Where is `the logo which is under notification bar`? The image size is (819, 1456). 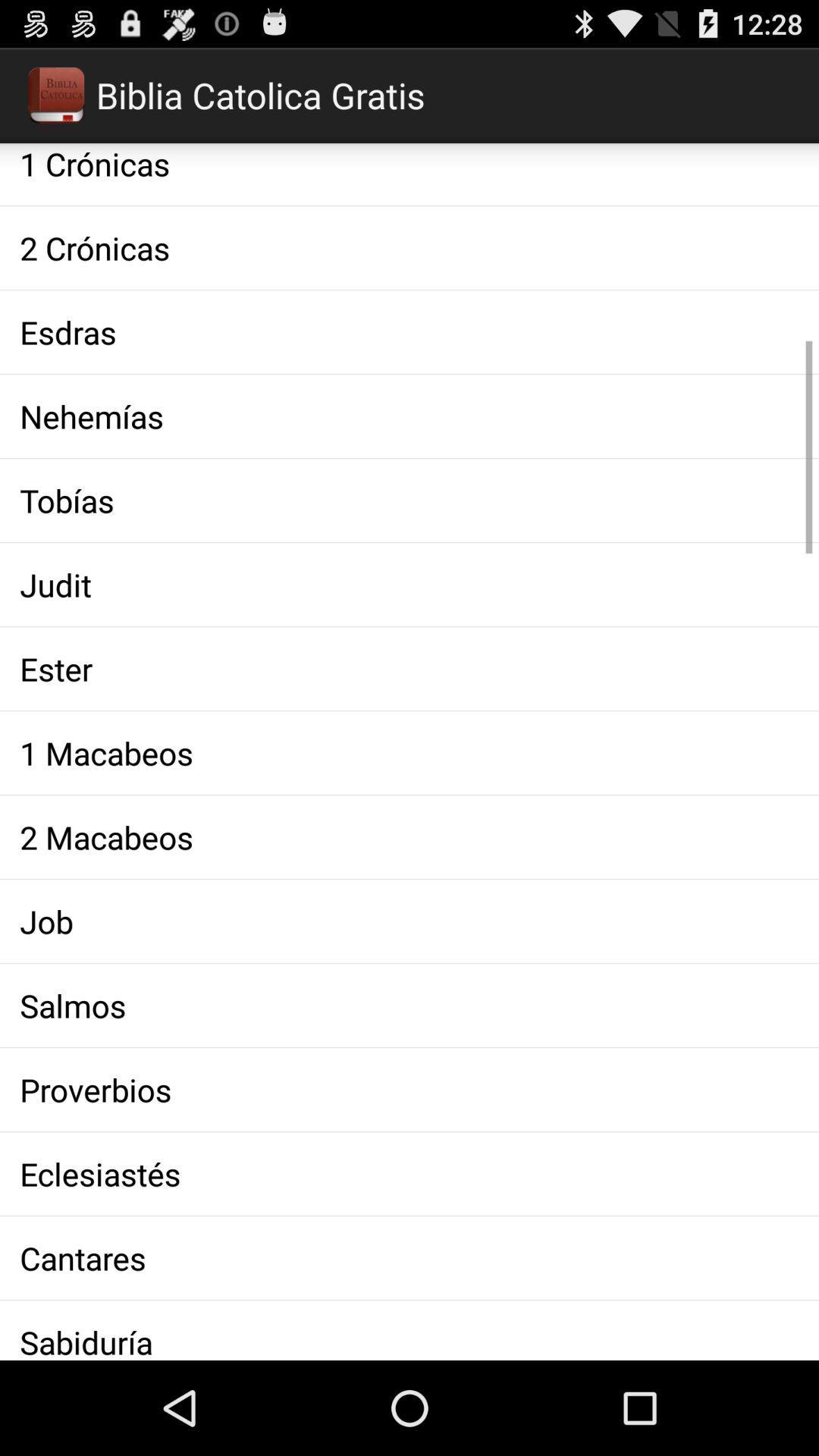 the logo which is under notification bar is located at coordinates (55, 94).